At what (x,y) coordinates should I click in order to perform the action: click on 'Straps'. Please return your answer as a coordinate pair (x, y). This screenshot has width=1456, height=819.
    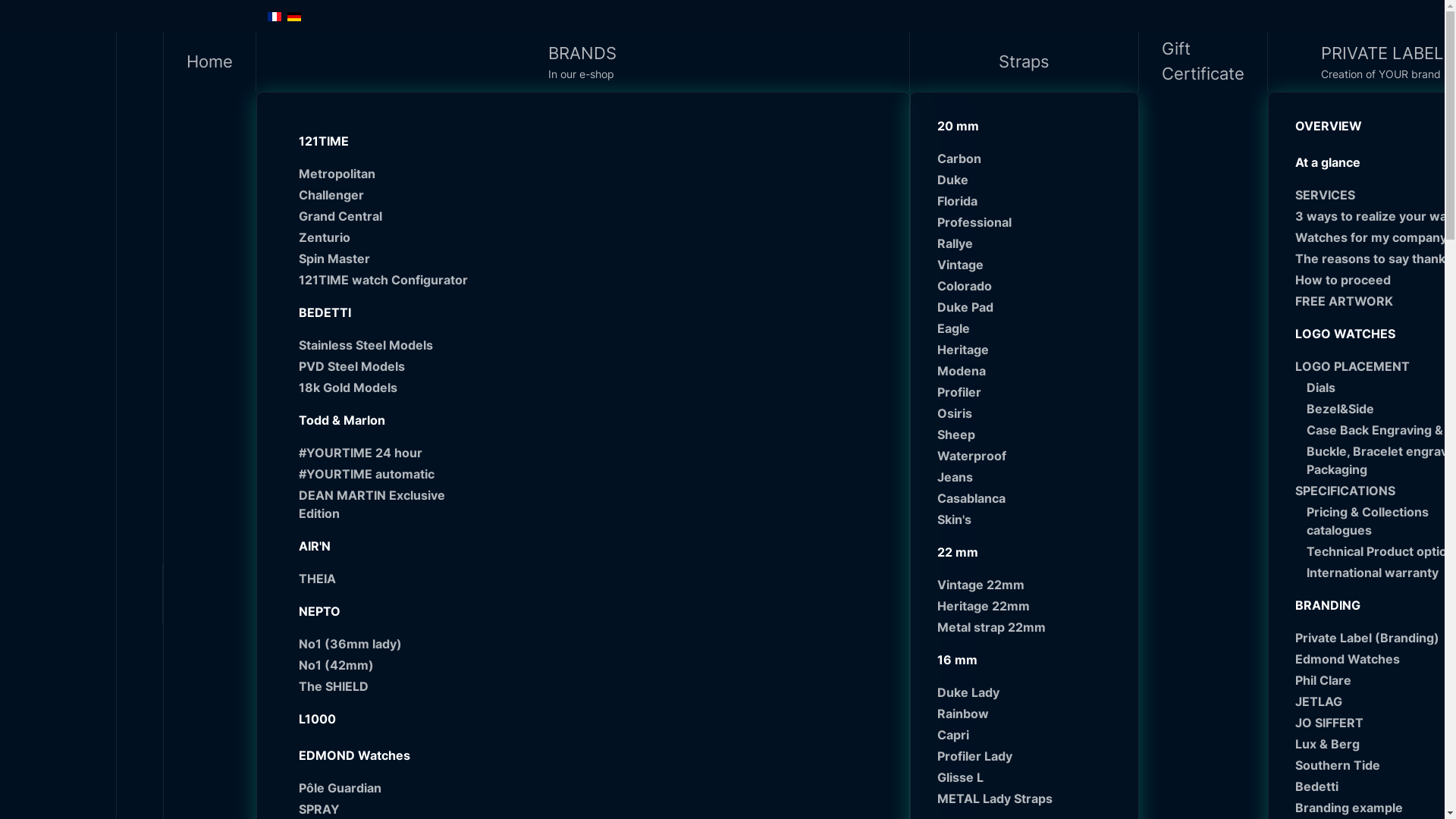
    Looking at the image, I should click on (1024, 61).